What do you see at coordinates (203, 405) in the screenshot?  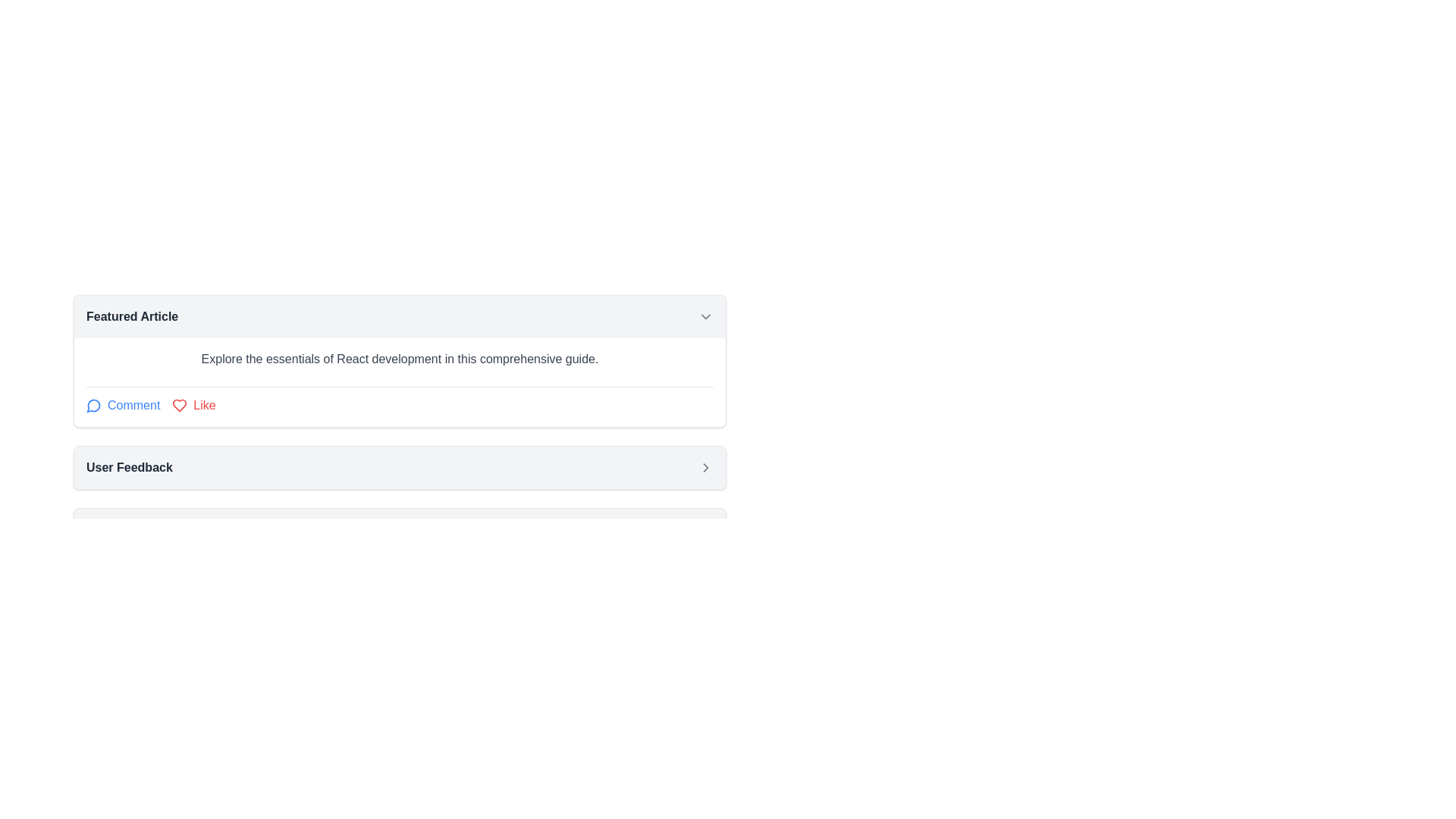 I see `the 'Like' Text Label that indicates the functionality of the heart icon next to it, located beneath the featured article section` at bounding box center [203, 405].